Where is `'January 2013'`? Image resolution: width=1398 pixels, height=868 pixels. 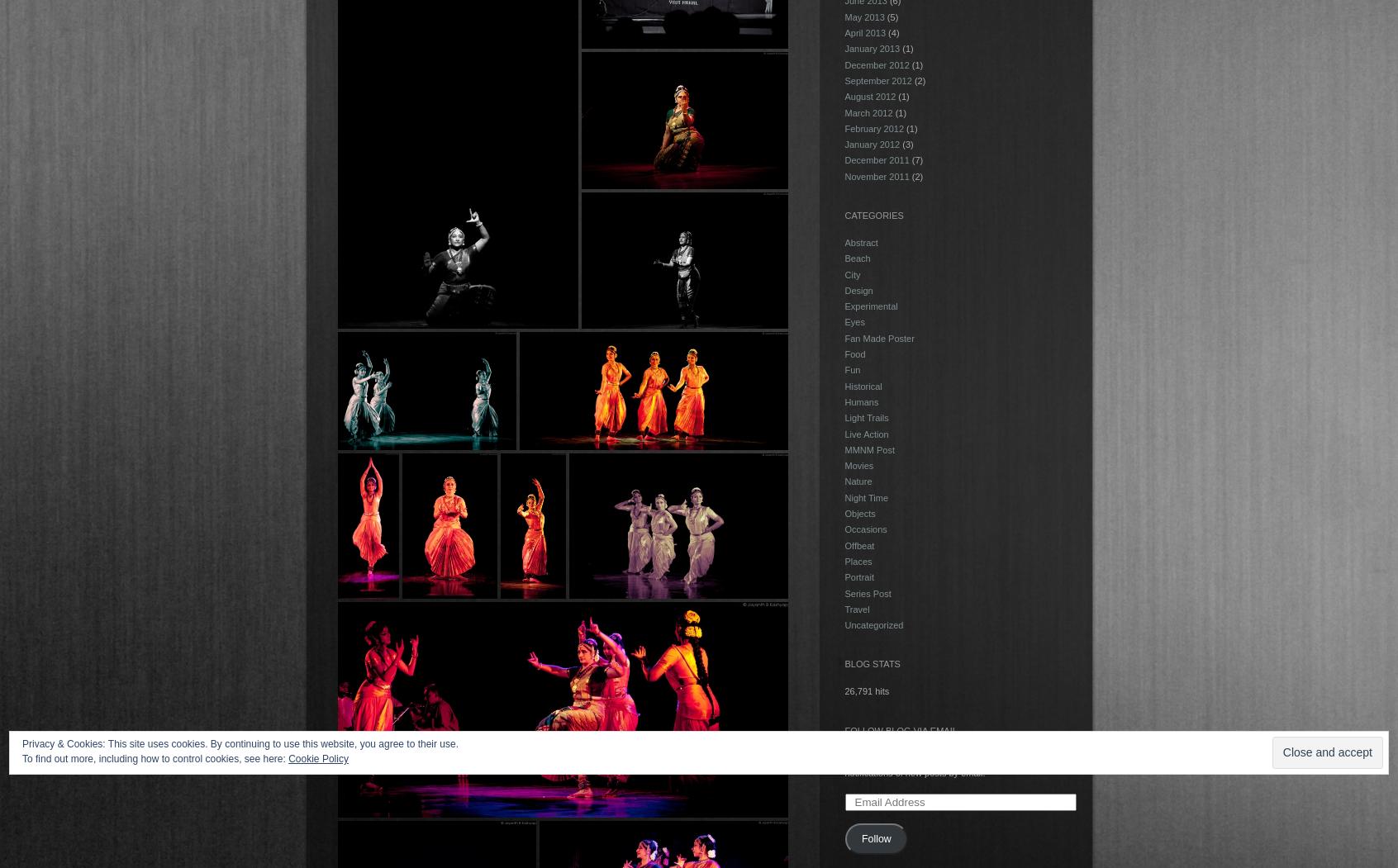
'January 2013' is located at coordinates (871, 47).